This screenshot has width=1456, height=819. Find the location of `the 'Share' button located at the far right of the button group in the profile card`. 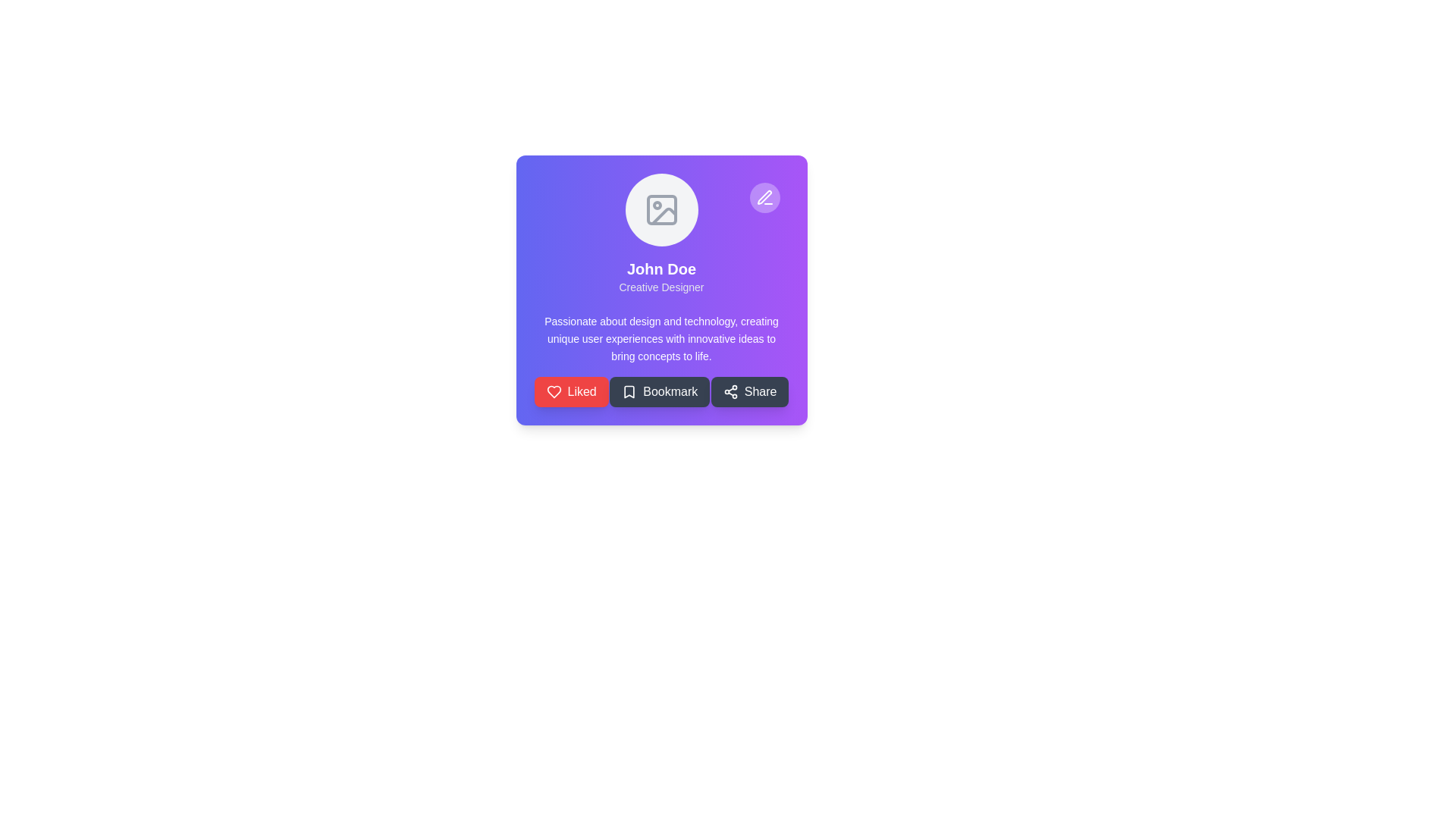

the 'Share' button located at the far right of the button group in the profile card is located at coordinates (750, 391).